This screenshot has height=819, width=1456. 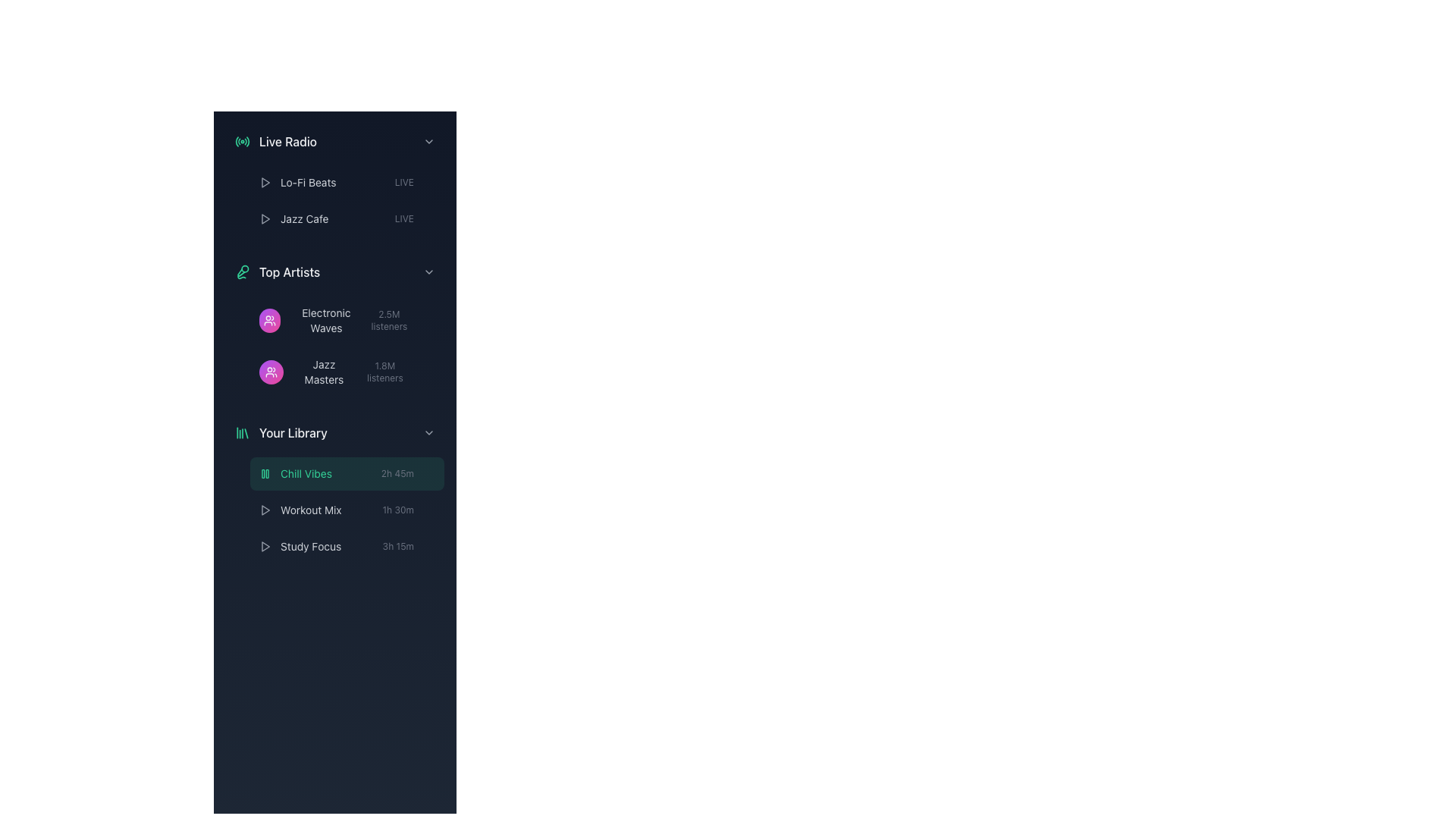 What do you see at coordinates (409, 510) in the screenshot?
I see `the 'Workout Mix' duration text label located in the 'Your Library' section of the sidebar, positioned to the right of the 'Workout Mix' title entry` at bounding box center [409, 510].